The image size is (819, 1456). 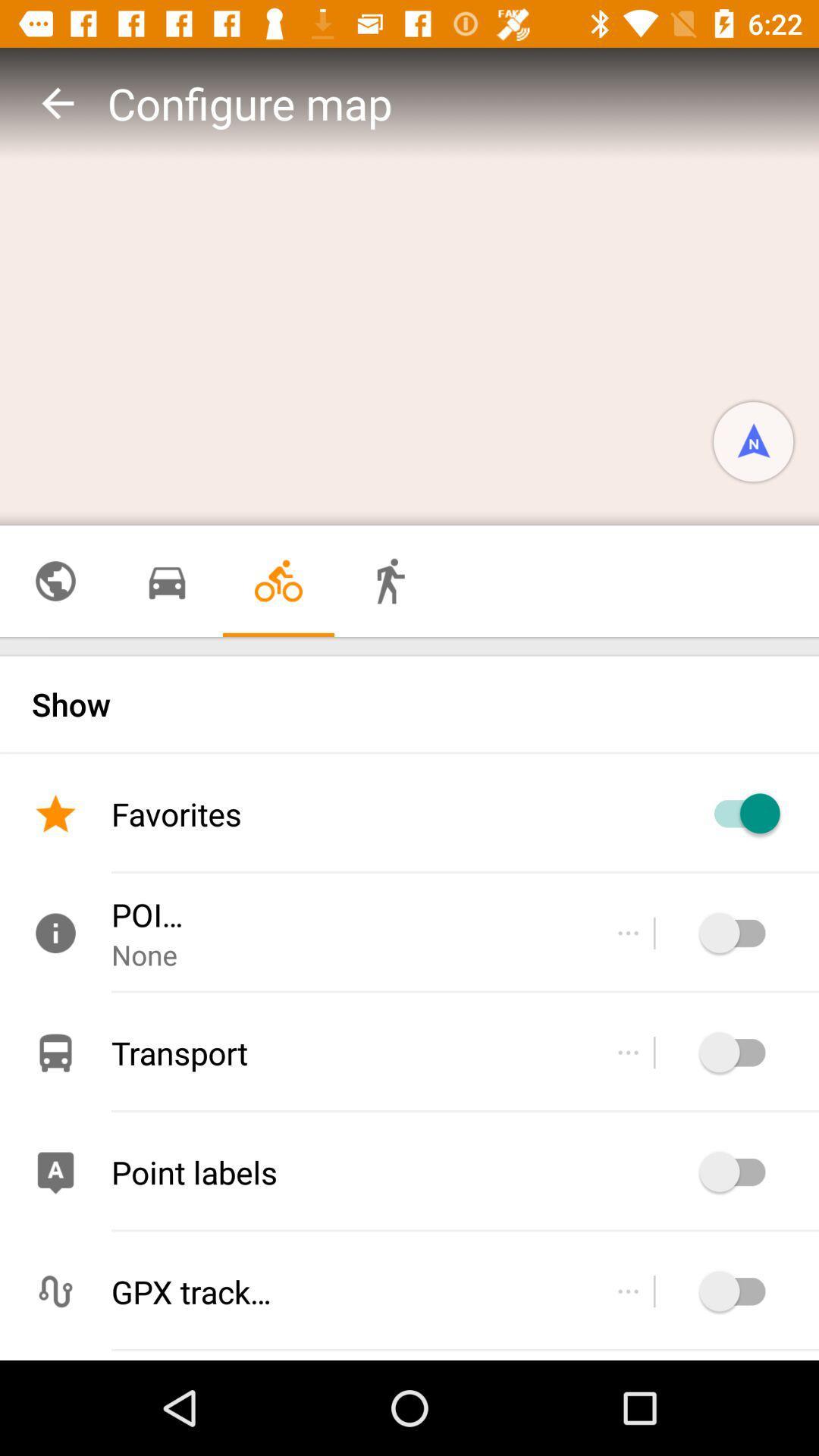 What do you see at coordinates (753, 441) in the screenshot?
I see `the navigation icon` at bounding box center [753, 441].